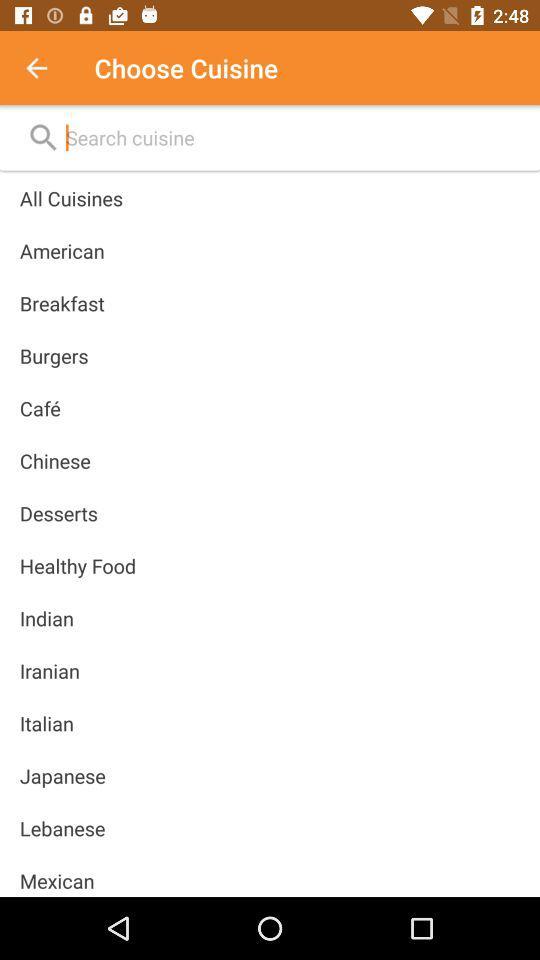 The image size is (540, 960). Describe the element at coordinates (62, 303) in the screenshot. I see `the icon above burgers item` at that location.